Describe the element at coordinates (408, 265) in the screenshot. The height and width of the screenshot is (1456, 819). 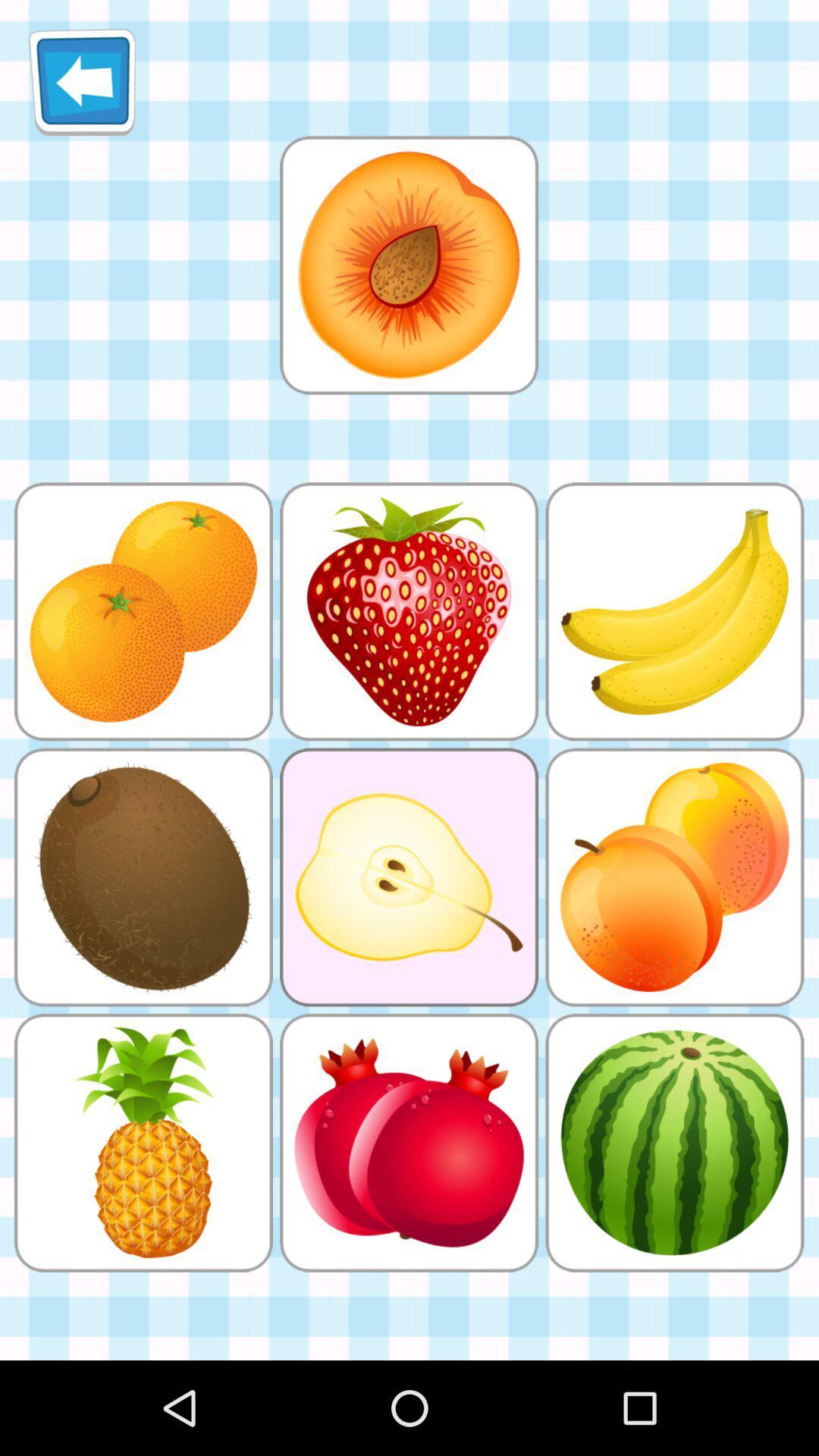
I see `choose peach` at that location.